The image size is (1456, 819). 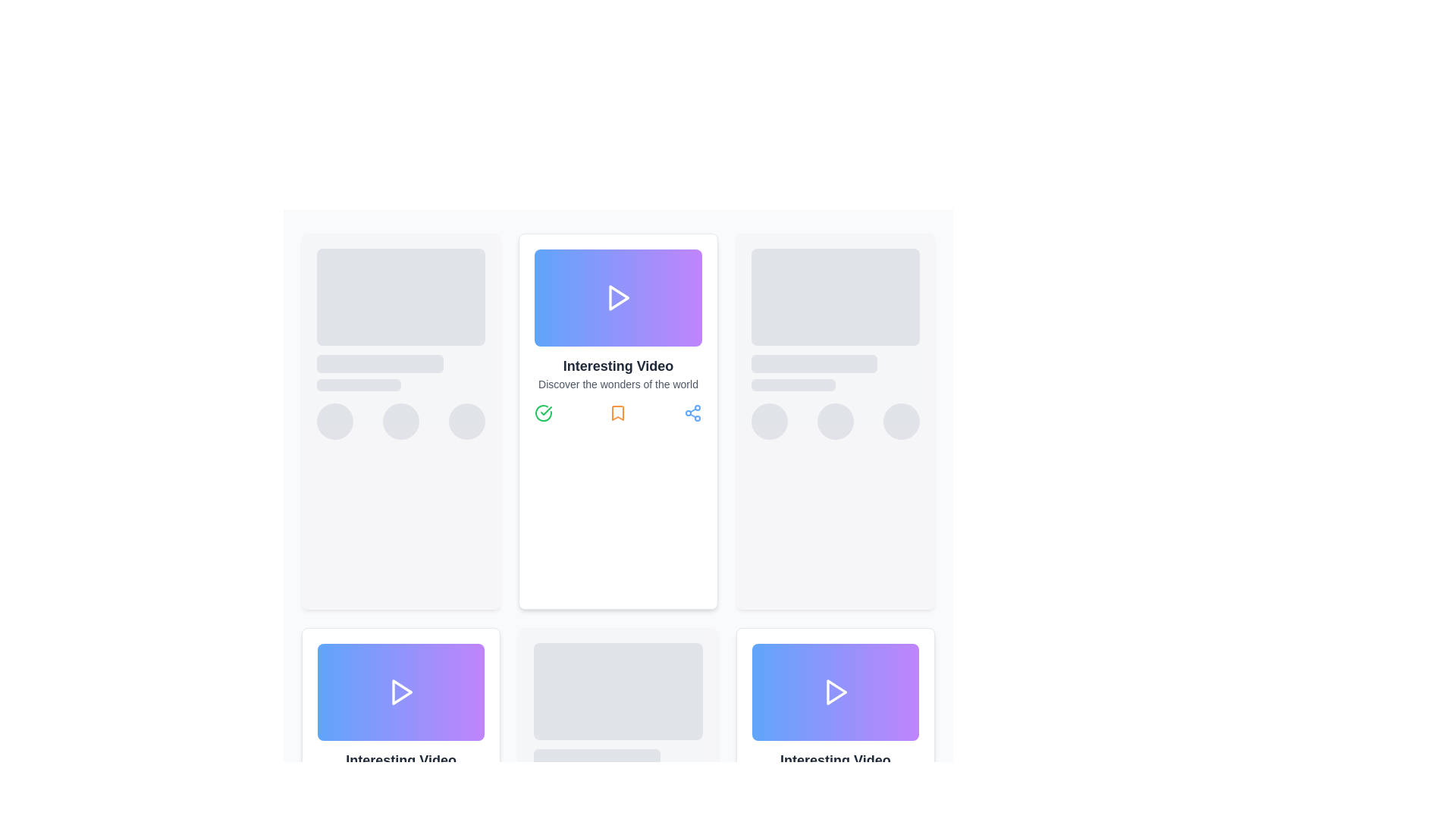 I want to click on the play button, which is a triangular icon located in the center of the gradient-colored header area of the card labeled 'Interesting Video', so click(x=620, y=298).